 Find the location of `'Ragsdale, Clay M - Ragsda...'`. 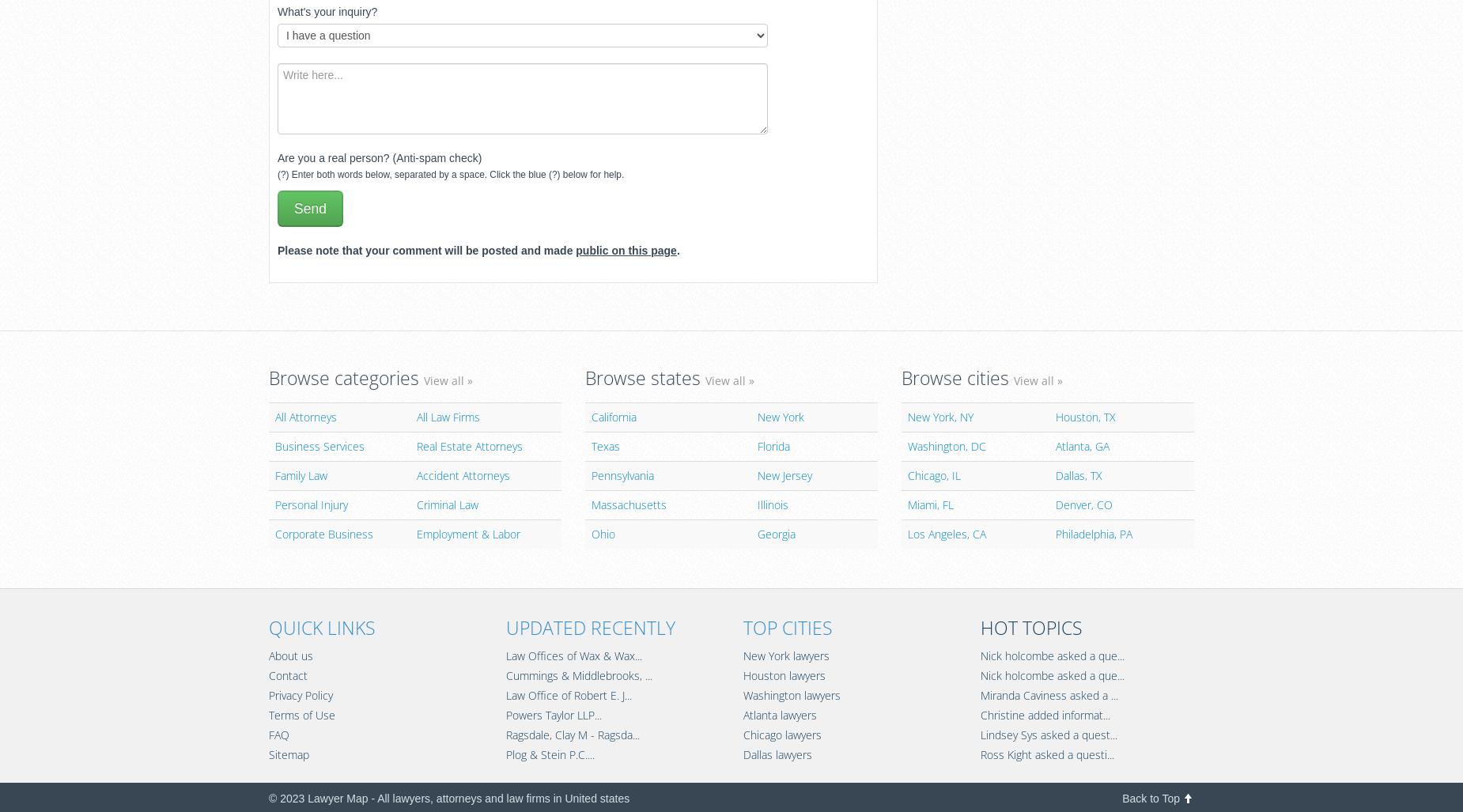

'Ragsdale, Clay M - Ragsda...' is located at coordinates (573, 734).